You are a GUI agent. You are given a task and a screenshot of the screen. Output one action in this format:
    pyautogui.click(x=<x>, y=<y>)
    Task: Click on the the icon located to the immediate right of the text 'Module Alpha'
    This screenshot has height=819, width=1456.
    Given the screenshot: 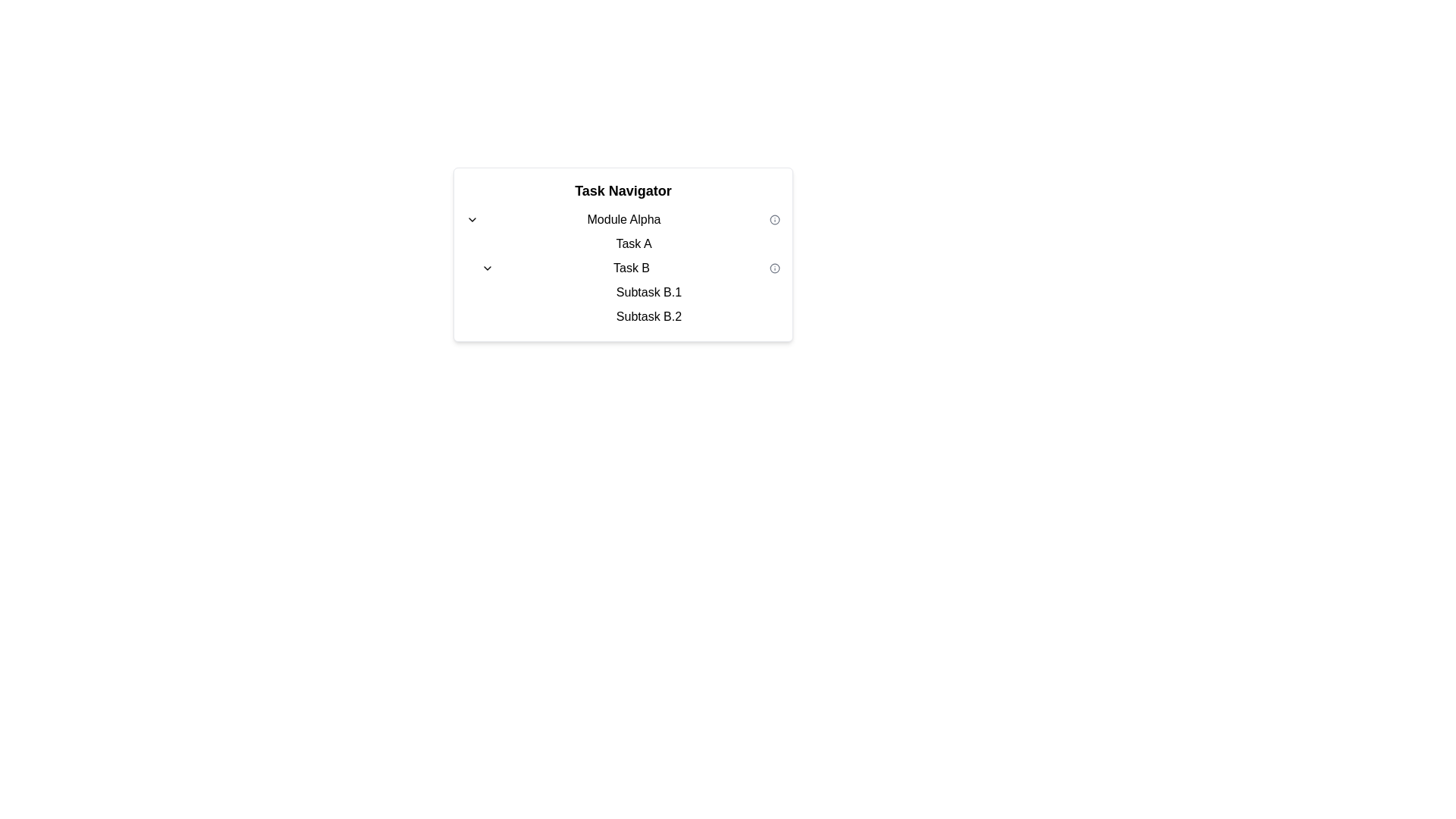 What is the action you would take?
    pyautogui.click(x=775, y=219)
    